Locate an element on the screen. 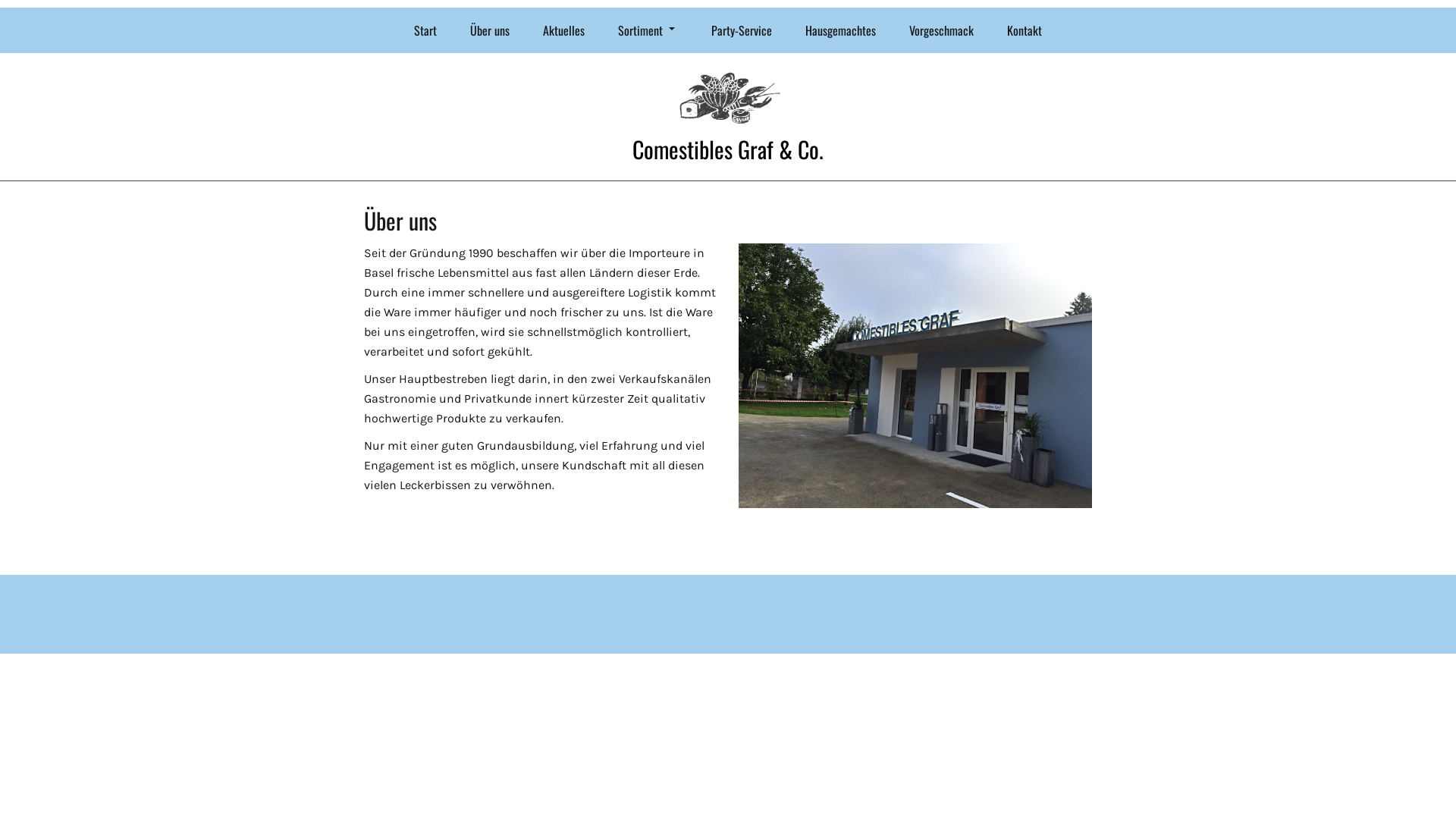 The image size is (1456, 819). 'Aktuelles' is located at coordinates (563, 30).